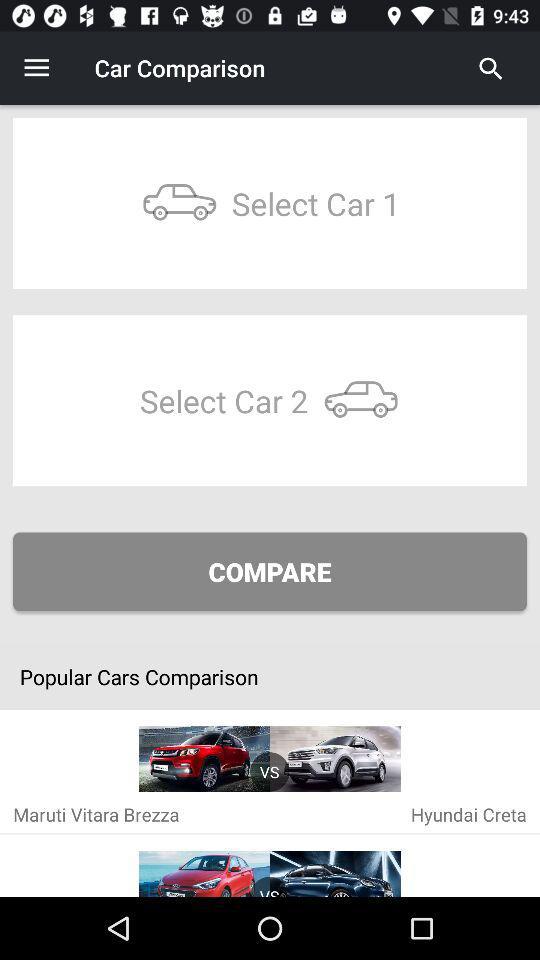  What do you see at coordinates (490, 68) in the screenshot?
I see `search for car` at bounding box center [490, 68].